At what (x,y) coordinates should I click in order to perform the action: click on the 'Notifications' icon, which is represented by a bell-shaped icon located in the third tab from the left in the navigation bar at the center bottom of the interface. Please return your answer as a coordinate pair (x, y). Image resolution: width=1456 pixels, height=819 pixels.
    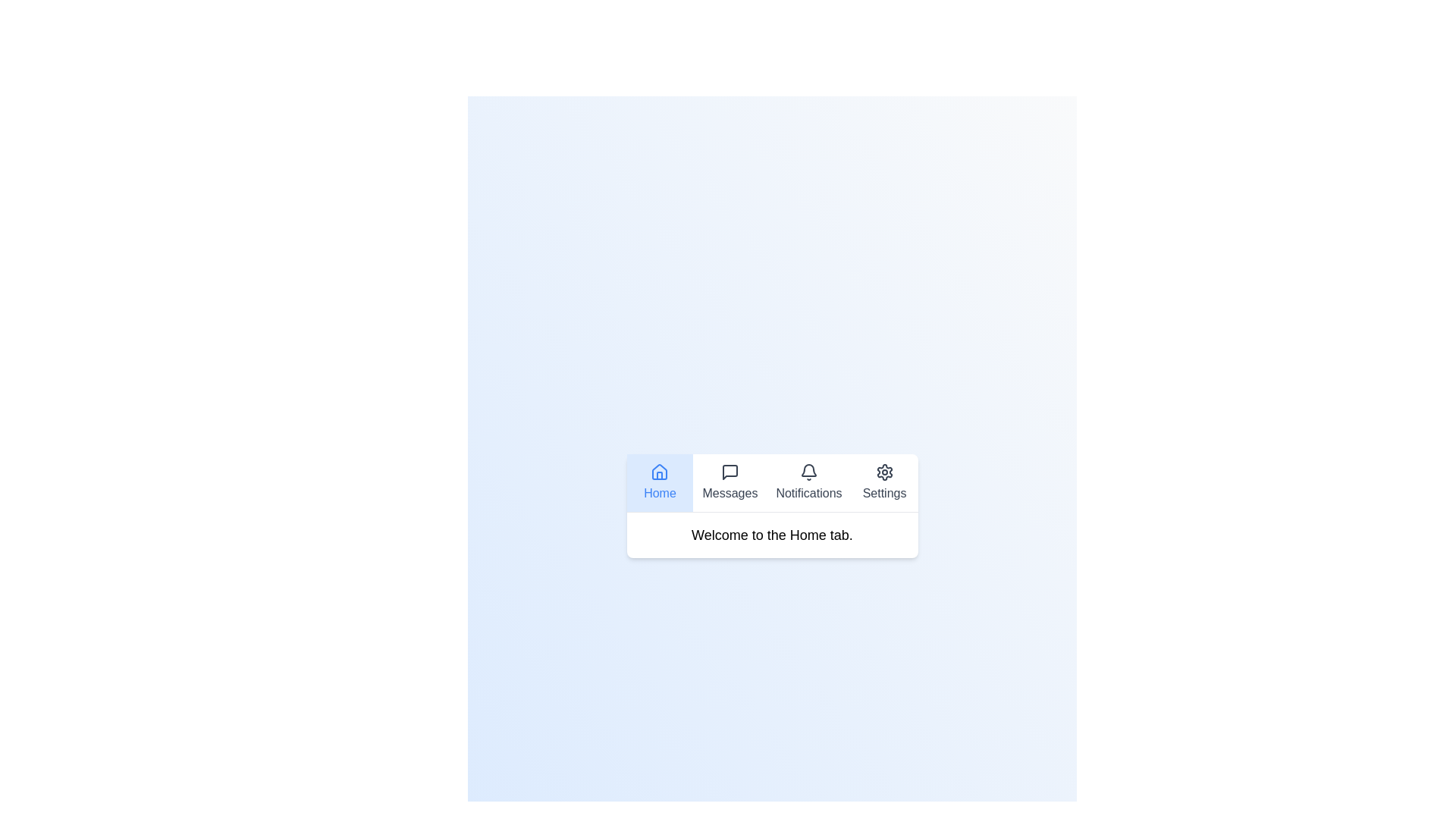
    Looking at the image, I should click on (808, 469).